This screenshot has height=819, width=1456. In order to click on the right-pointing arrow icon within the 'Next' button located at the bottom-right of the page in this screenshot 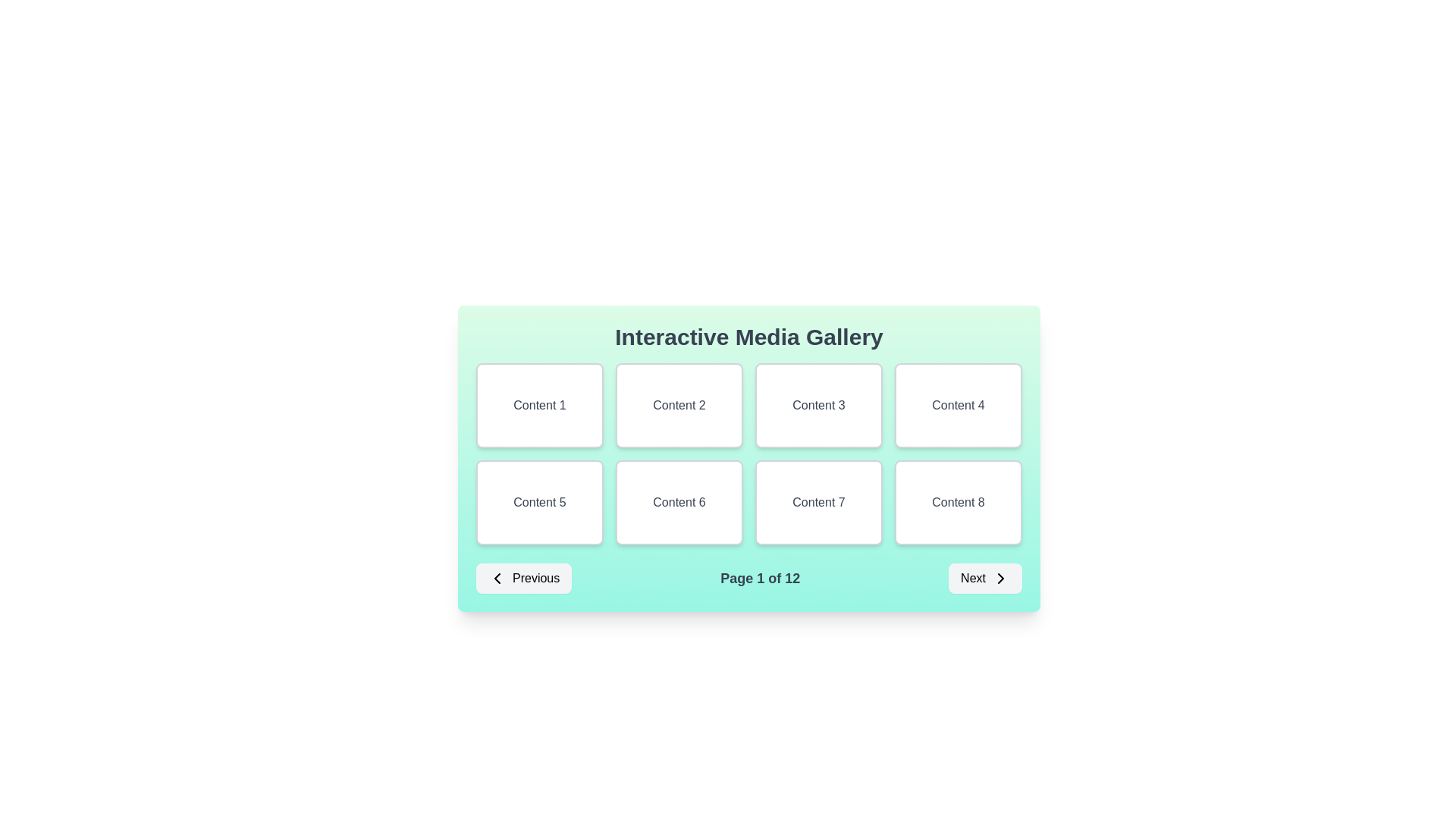, I will do `click(1001, 579)`.